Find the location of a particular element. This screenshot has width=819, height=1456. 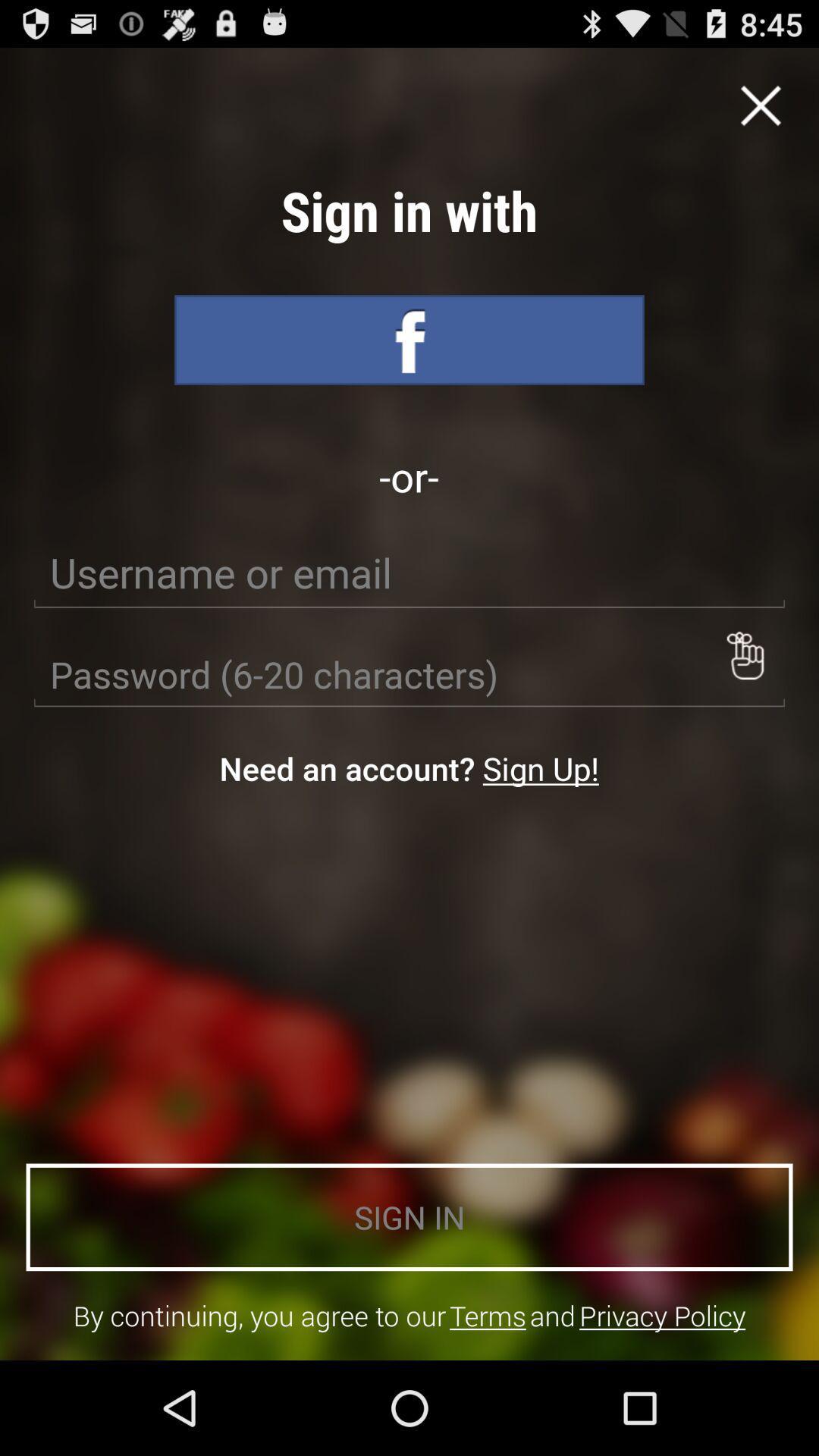

password is located at coordinates (409, 674).